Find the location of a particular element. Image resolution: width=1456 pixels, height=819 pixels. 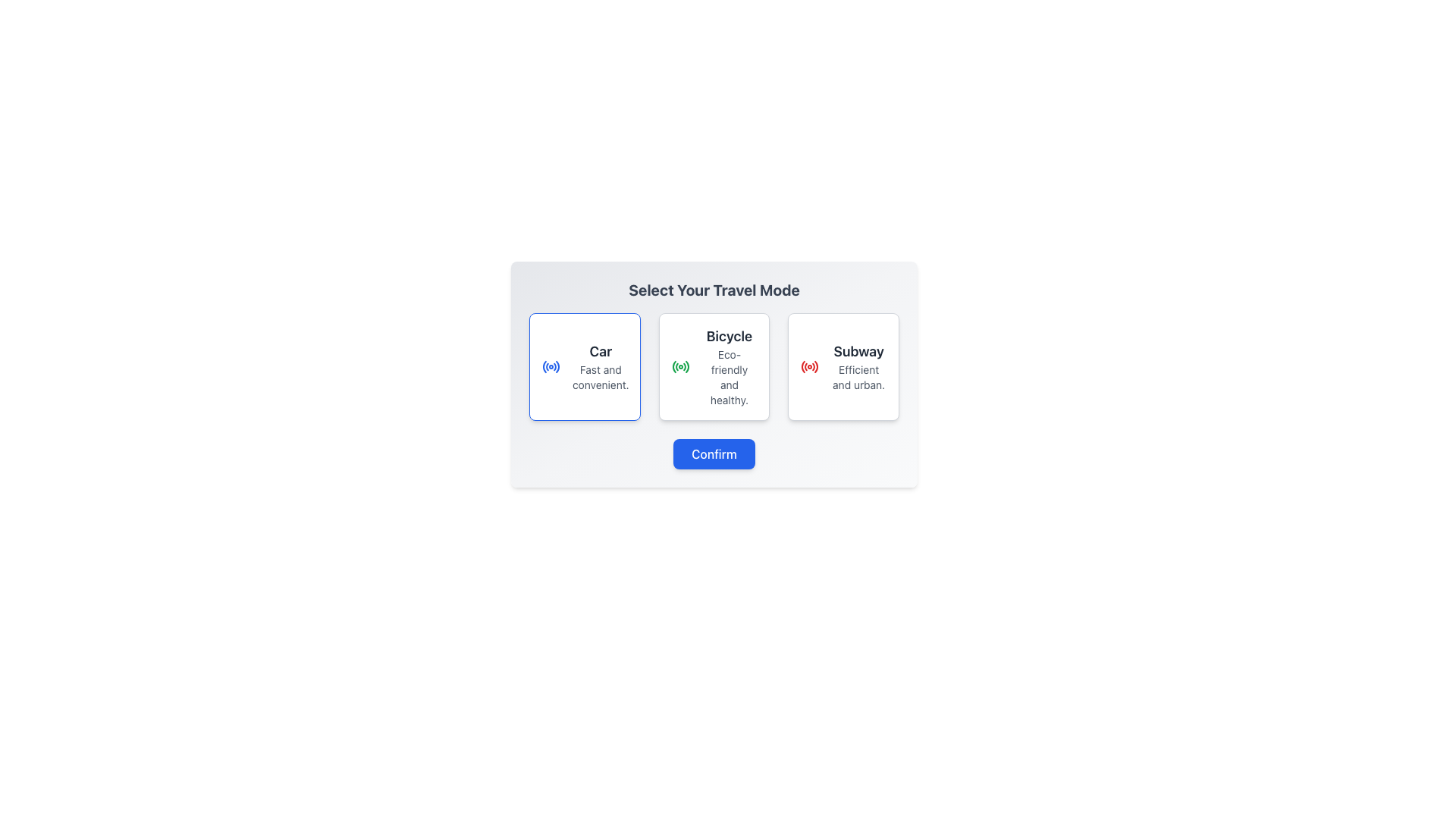

the second Selection Card in the travel mode options is located at coordinates (713, 366).